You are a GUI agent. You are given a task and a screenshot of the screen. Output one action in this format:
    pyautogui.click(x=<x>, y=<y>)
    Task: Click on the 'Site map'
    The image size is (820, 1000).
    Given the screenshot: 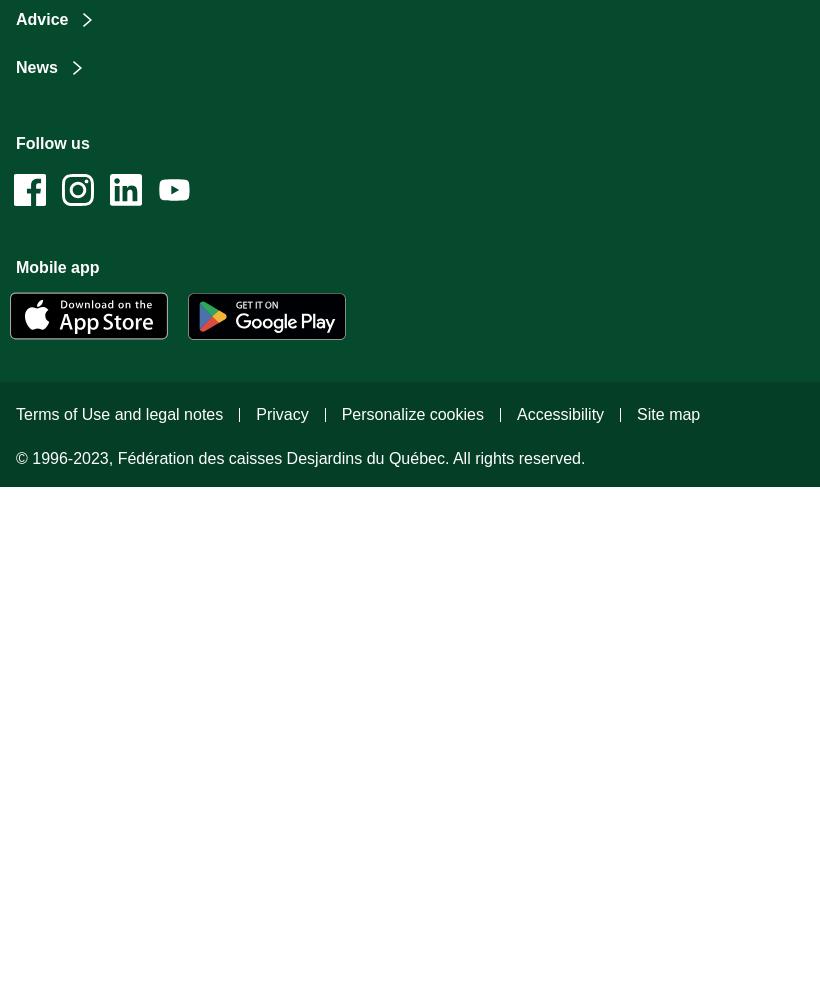 What is the action you would take?
    pyautogui.click(x=668, y=413)
    